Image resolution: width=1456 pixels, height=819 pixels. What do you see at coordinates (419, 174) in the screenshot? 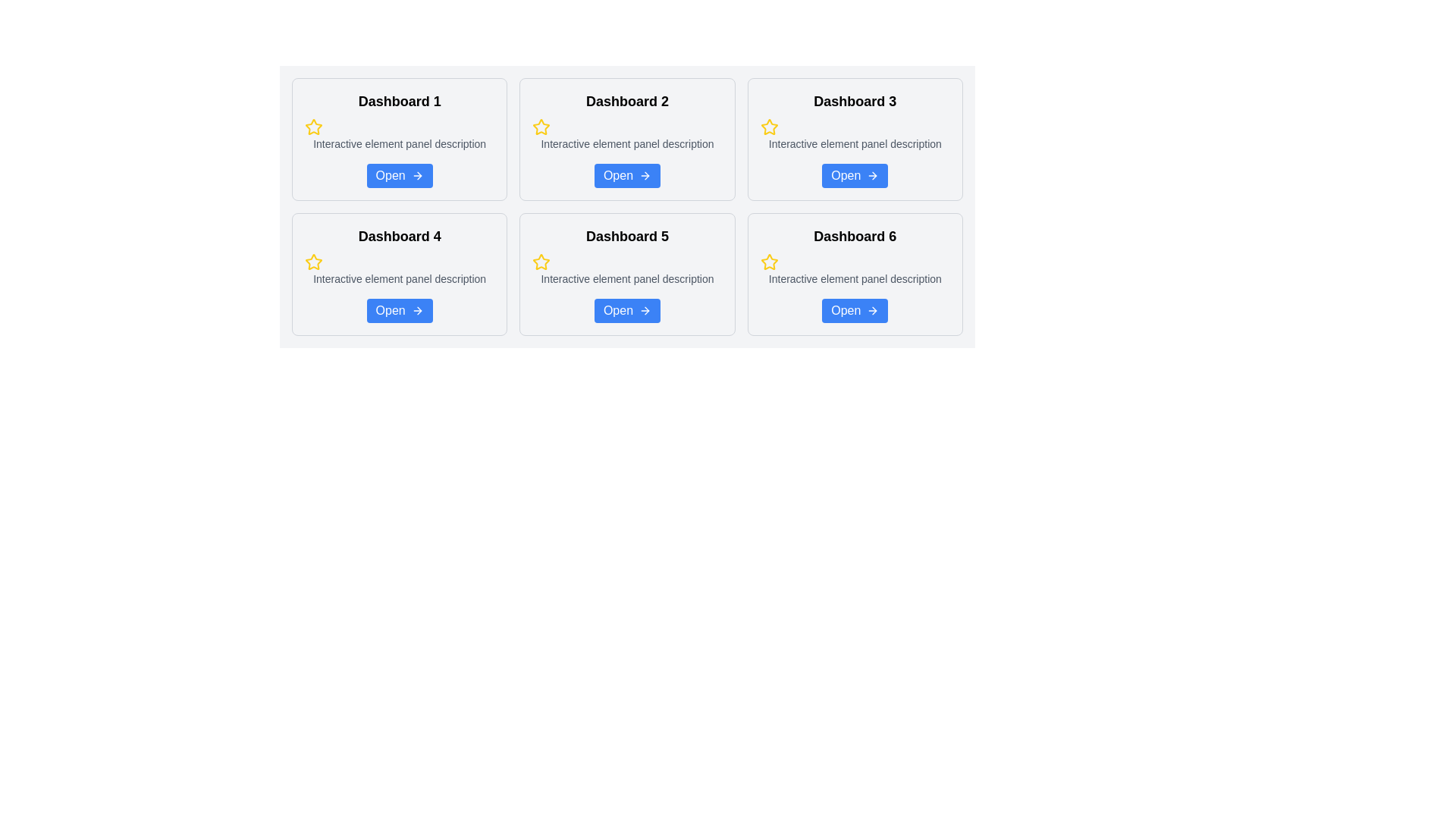
I see `the arrow icon located in the 'Open' button, which indicates forward functionality within the second row, first column of the grid` at bounding box center [419, 174].